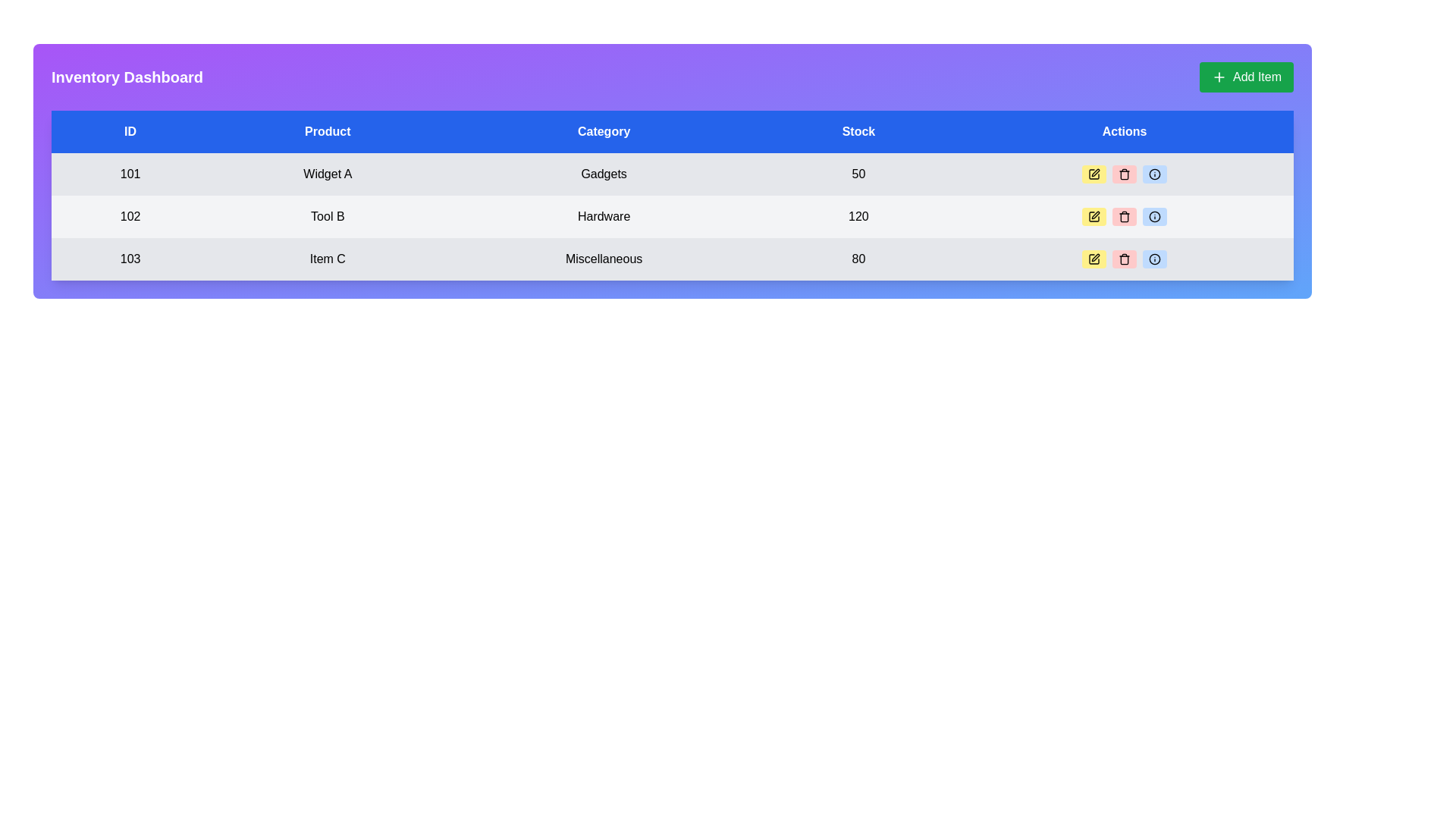 The height and width of the screenshot is (819, 1456). What do you see at coordinates (327, 174) in the screenshot?
I see `the centered text label displaying 'Widget A' located in the second column of the first data row beneath the header labeled 'Product'` at bounding box center [327, 174].